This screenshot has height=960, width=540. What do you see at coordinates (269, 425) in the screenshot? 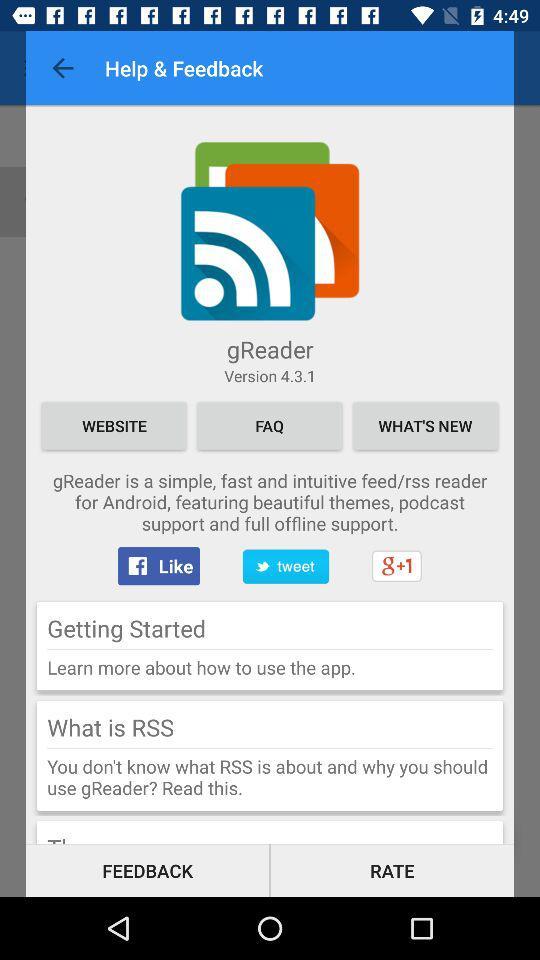
I see `icon to the left of what's new icon` at bounding box center [269, 425].